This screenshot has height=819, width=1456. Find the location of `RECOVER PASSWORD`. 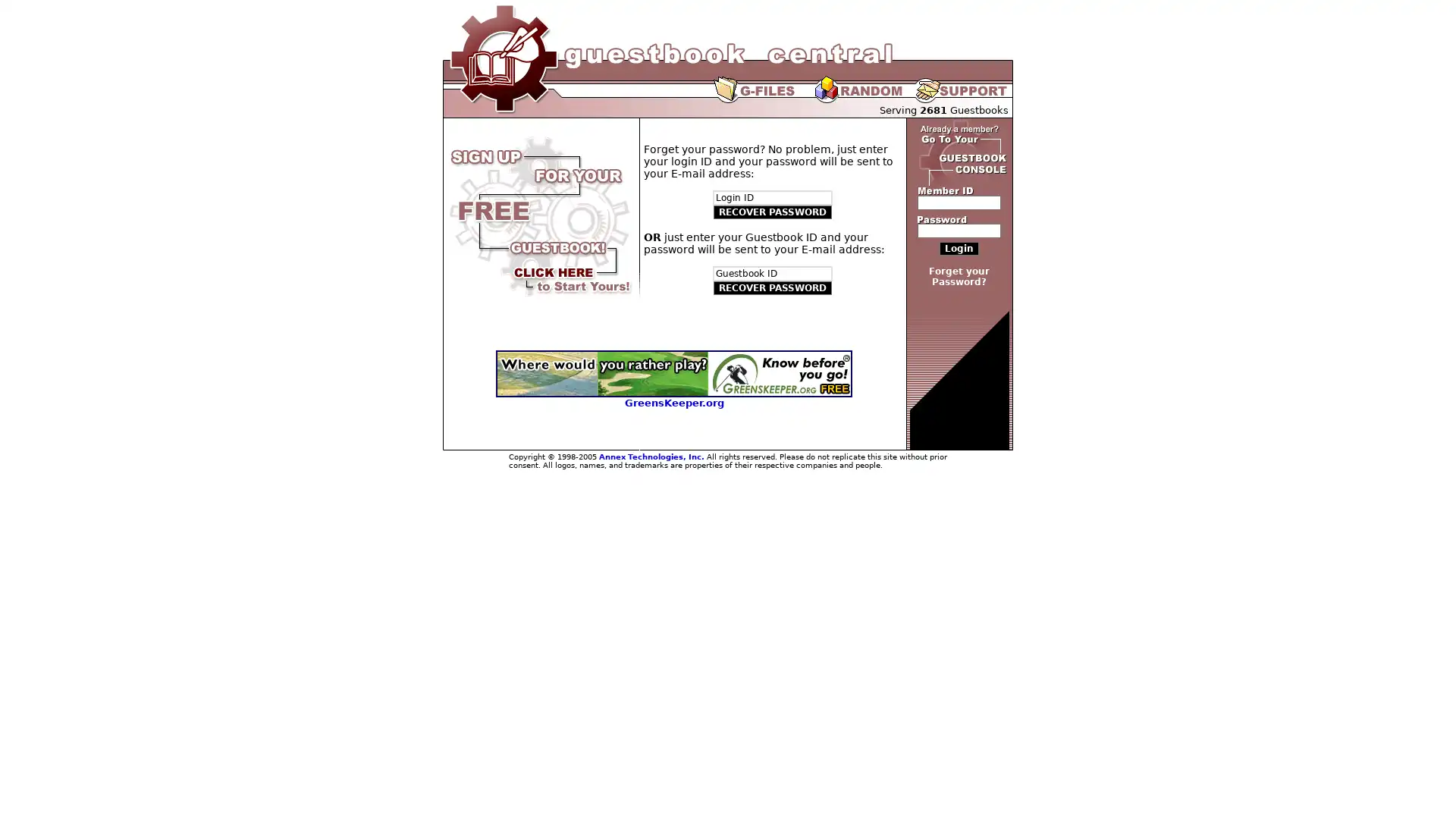

RECOVER PASSWORD is located at coordinates (772, 288).